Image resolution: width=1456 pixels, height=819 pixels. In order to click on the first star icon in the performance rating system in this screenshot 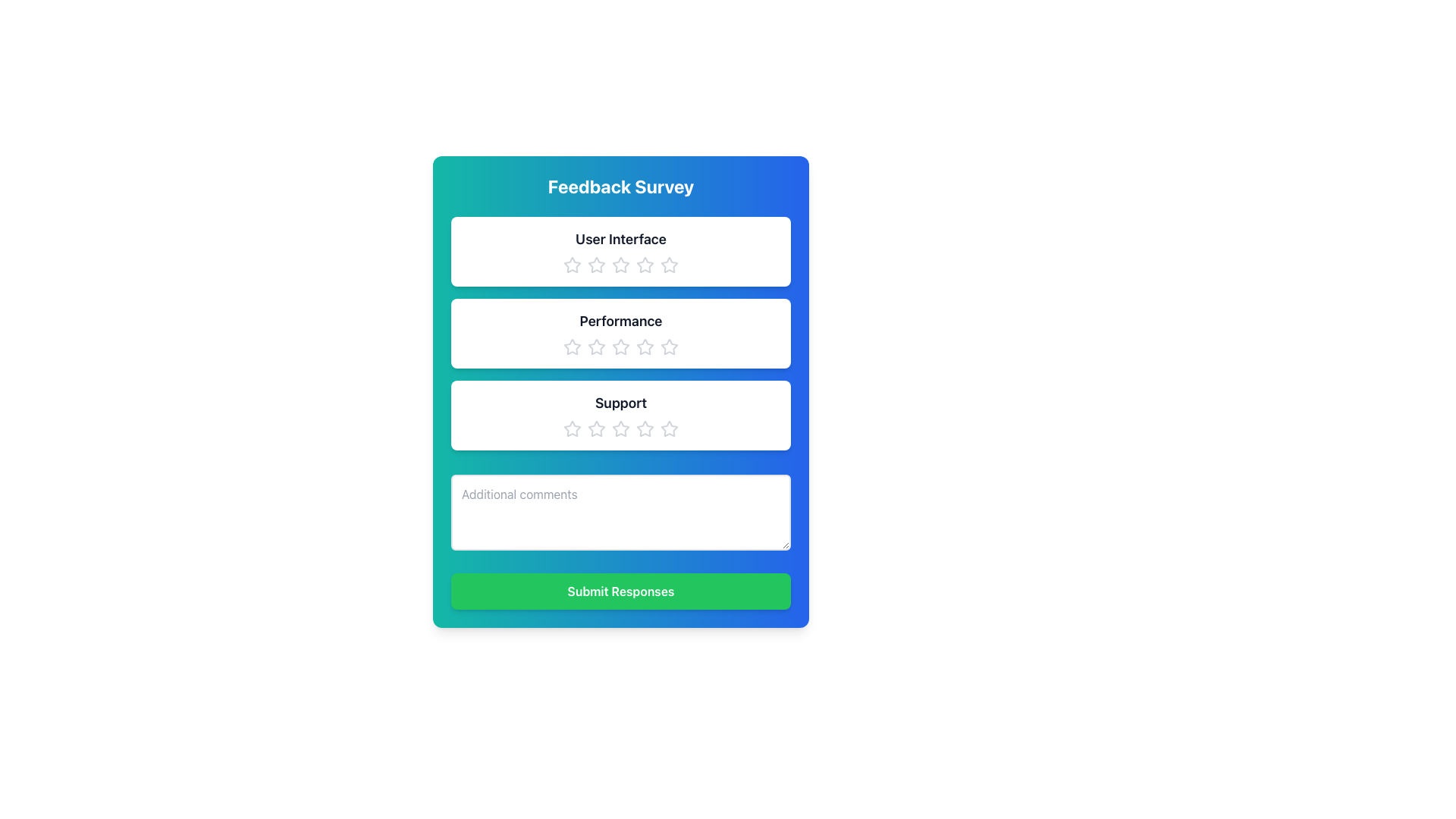, I will do `click(571, 347)`.